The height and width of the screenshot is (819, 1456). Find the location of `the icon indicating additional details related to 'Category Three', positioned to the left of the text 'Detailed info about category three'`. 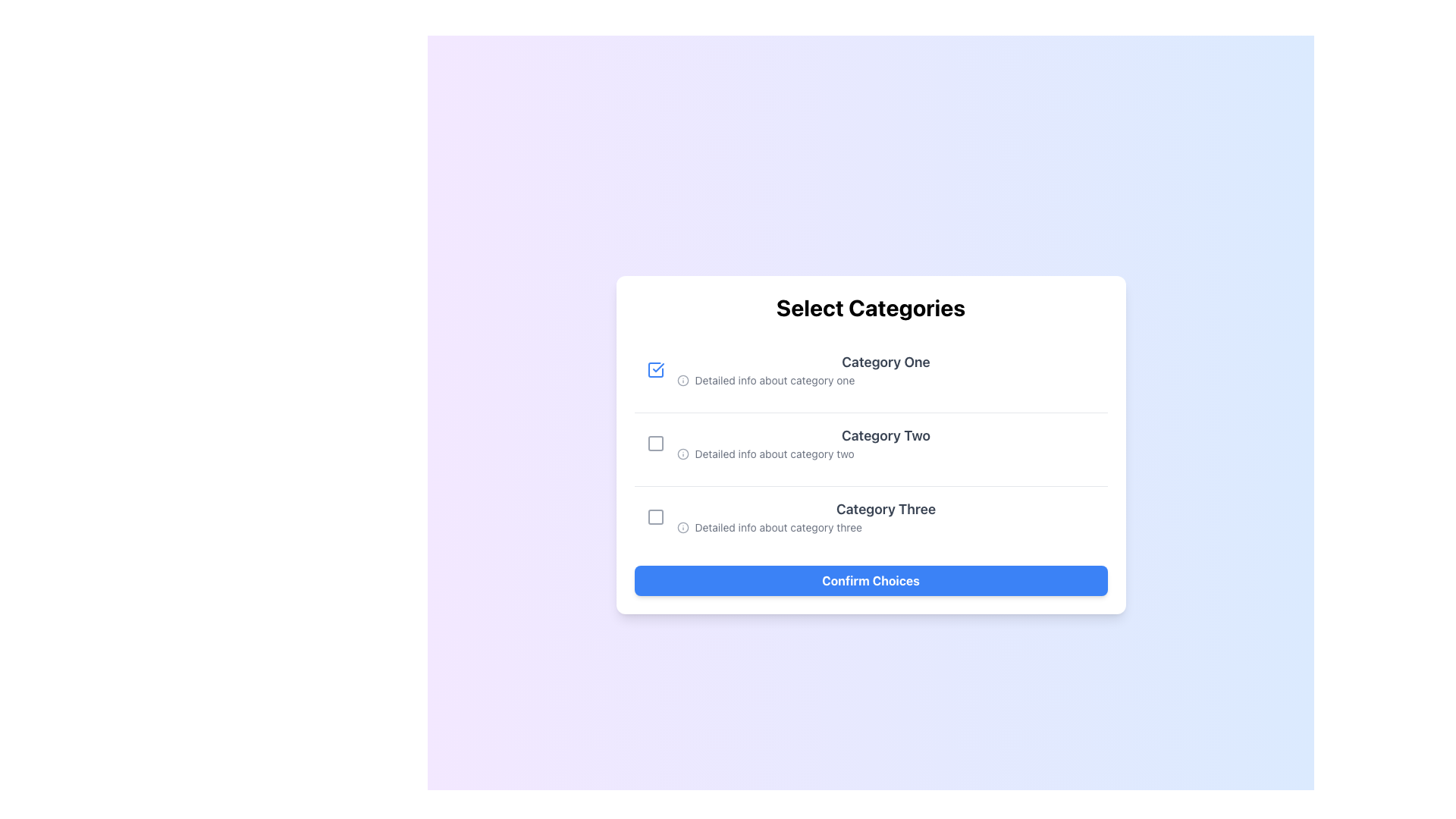

the icon indicating additional details related to 'Category Three', positioned to the left of the text 'Detailed info about category three' is located at coordinates (682, 526).